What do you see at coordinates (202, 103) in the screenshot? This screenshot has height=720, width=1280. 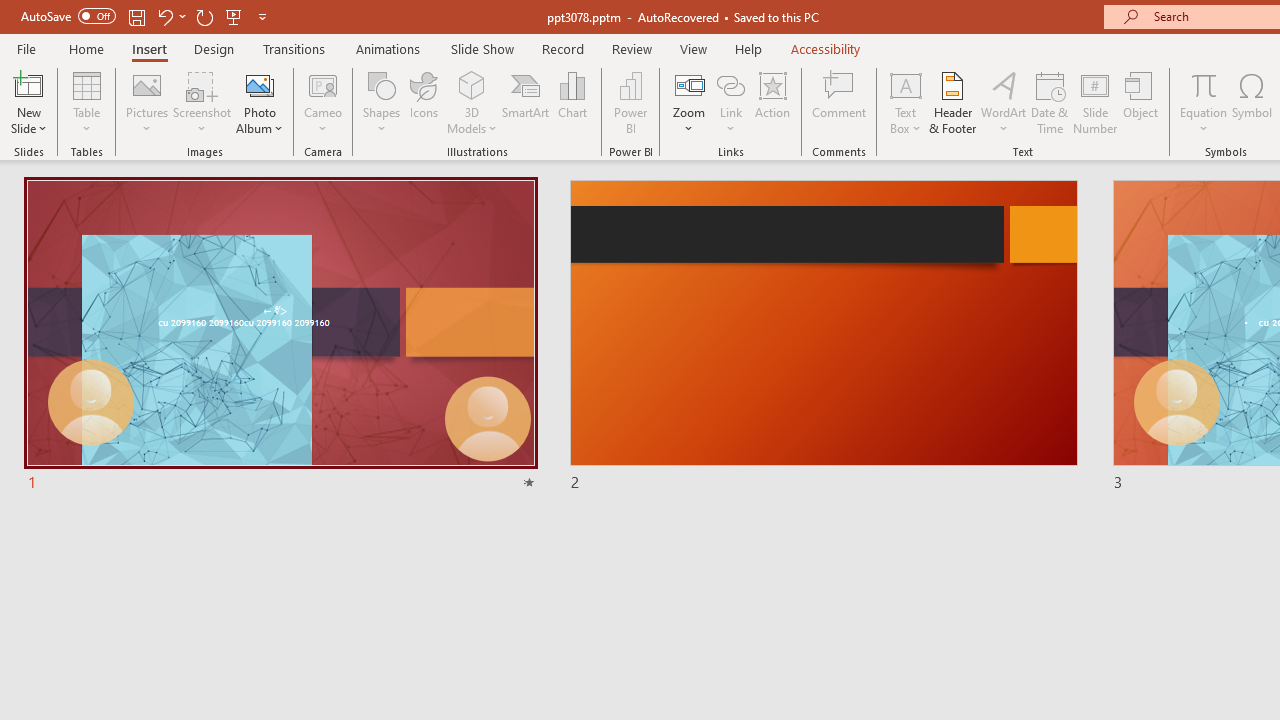 I see `'Screenshot'` at bounding box center [202, 103].